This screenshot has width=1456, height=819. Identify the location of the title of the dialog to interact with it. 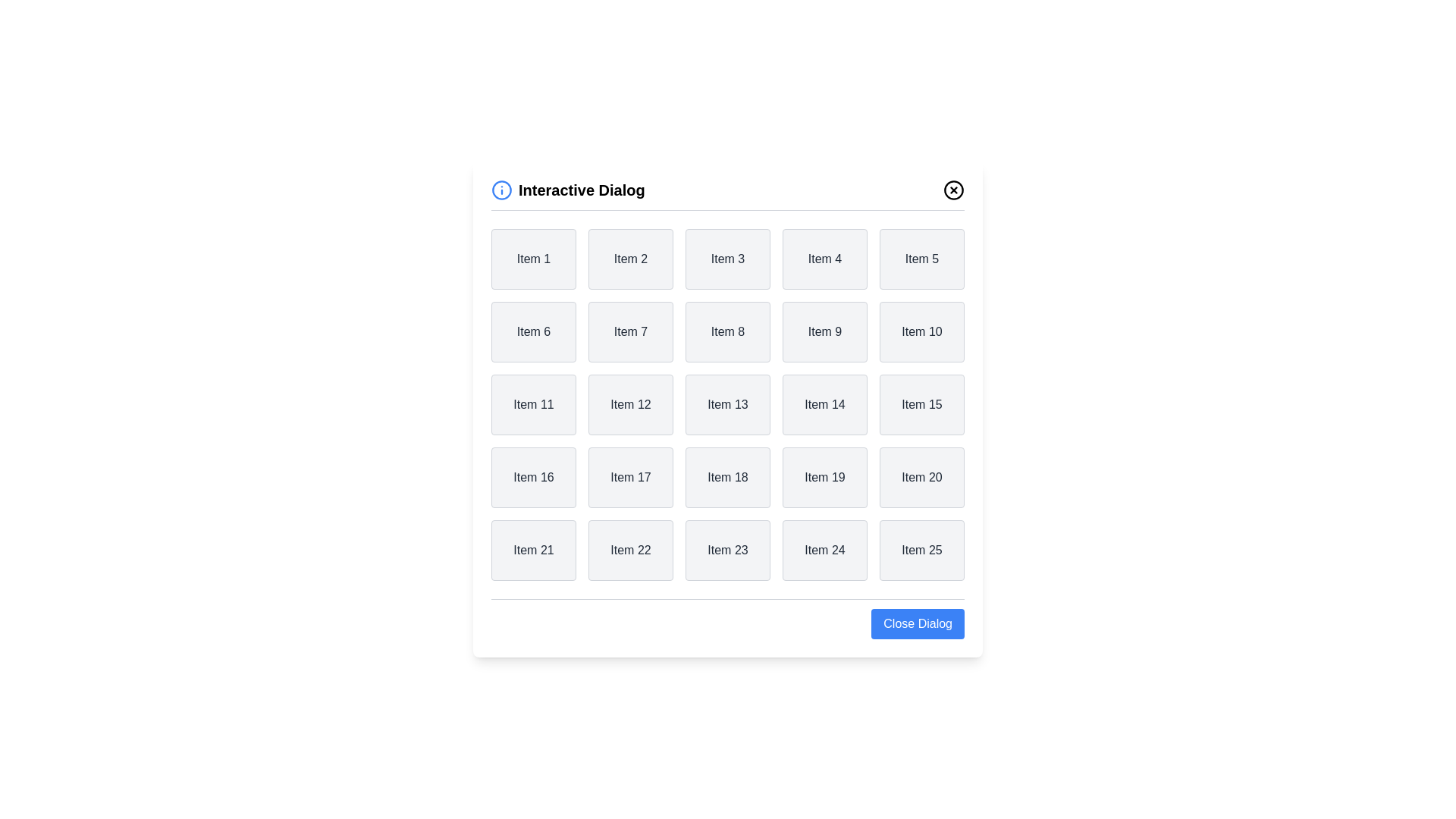
(566, 189).